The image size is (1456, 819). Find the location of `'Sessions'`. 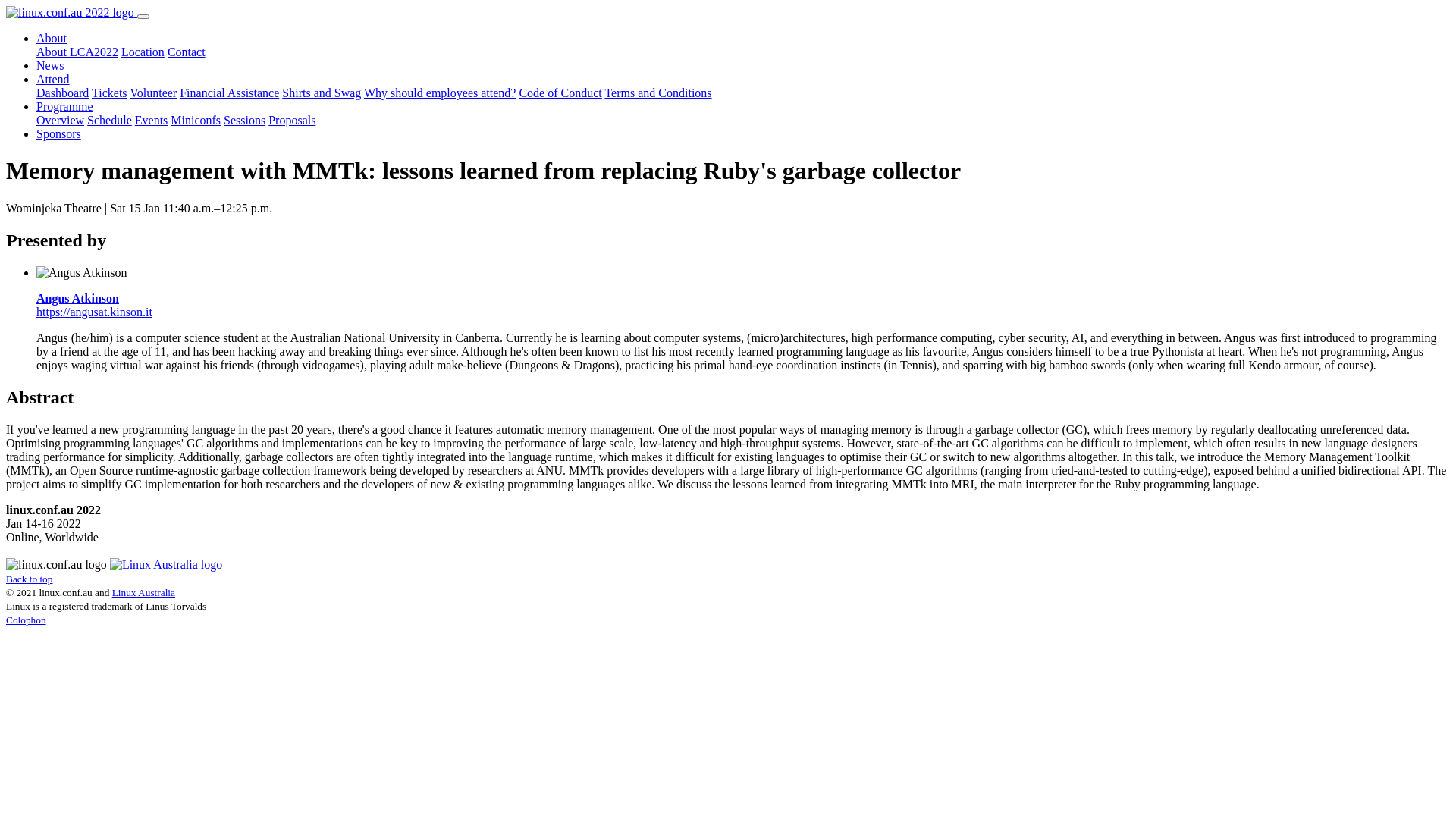

'Sessions' is located at coordinates (244, 119).